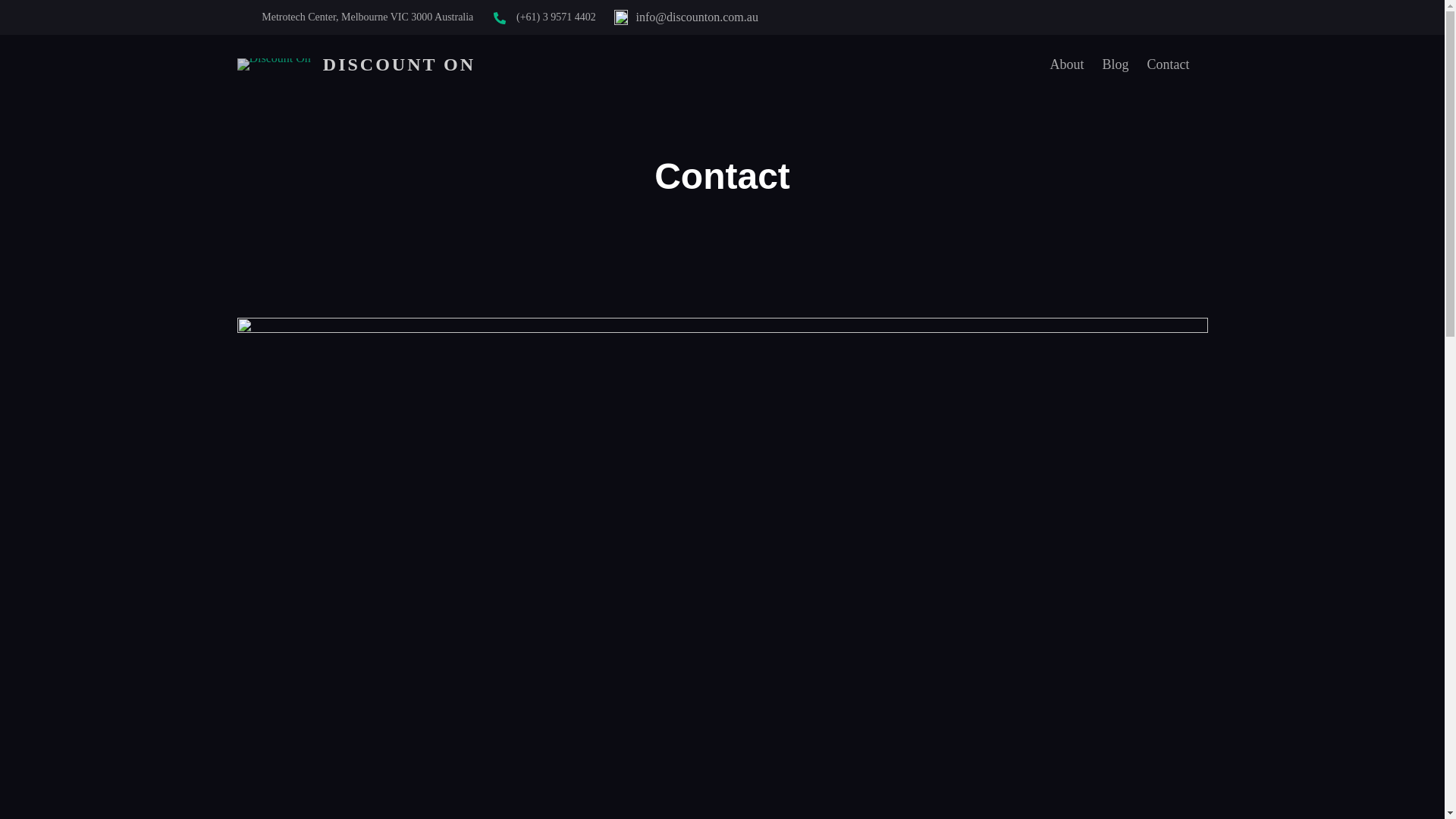  Describe the element at coordinates (322, 63) in the screenshot. I see `'DISCOUNT ON'` at that location.